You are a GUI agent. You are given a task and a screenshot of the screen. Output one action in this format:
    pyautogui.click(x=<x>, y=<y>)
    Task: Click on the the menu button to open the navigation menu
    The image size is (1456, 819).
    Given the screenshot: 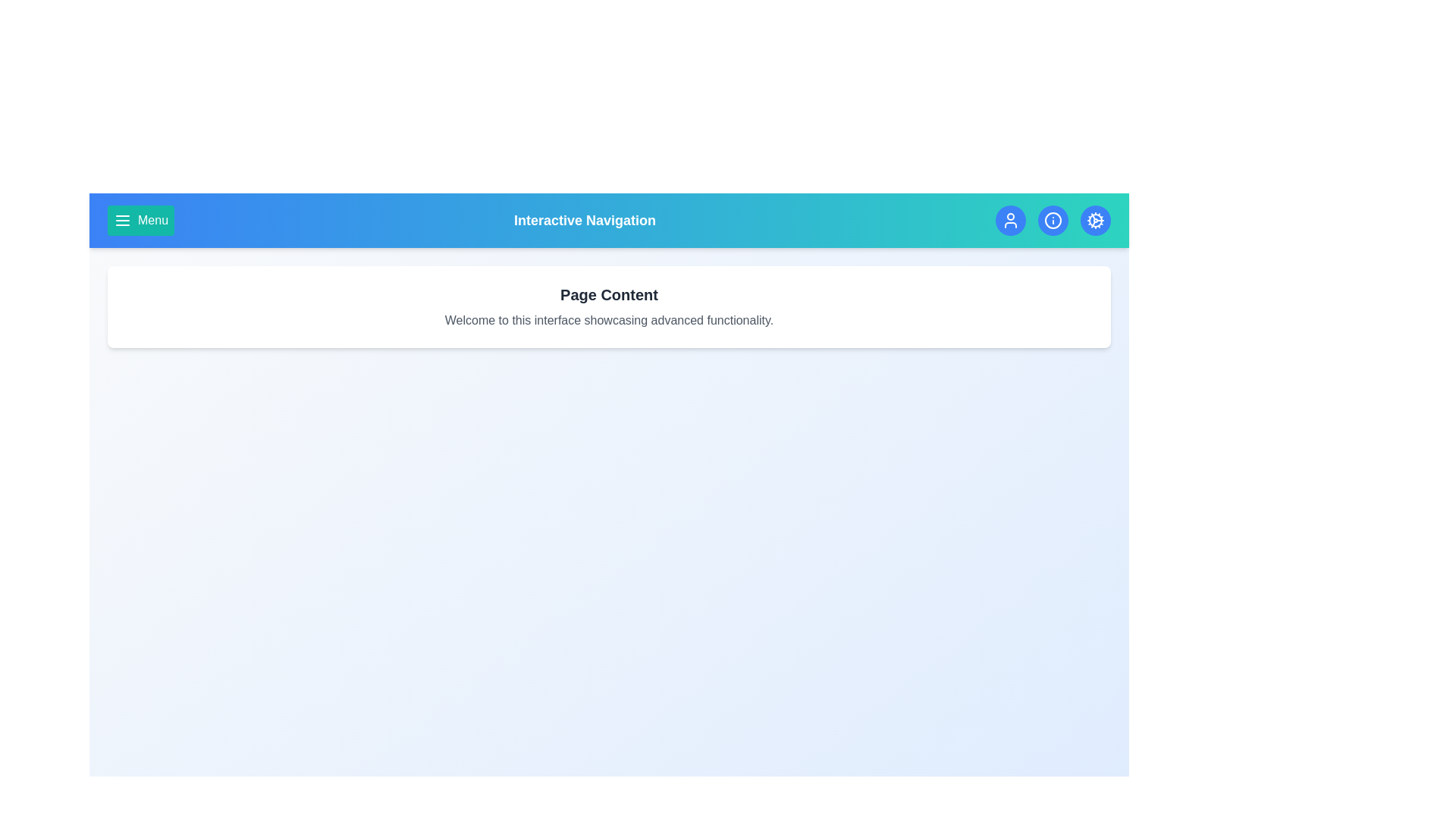 What is the action you would take?
    pyautogui.click(x=141, y=220)
    